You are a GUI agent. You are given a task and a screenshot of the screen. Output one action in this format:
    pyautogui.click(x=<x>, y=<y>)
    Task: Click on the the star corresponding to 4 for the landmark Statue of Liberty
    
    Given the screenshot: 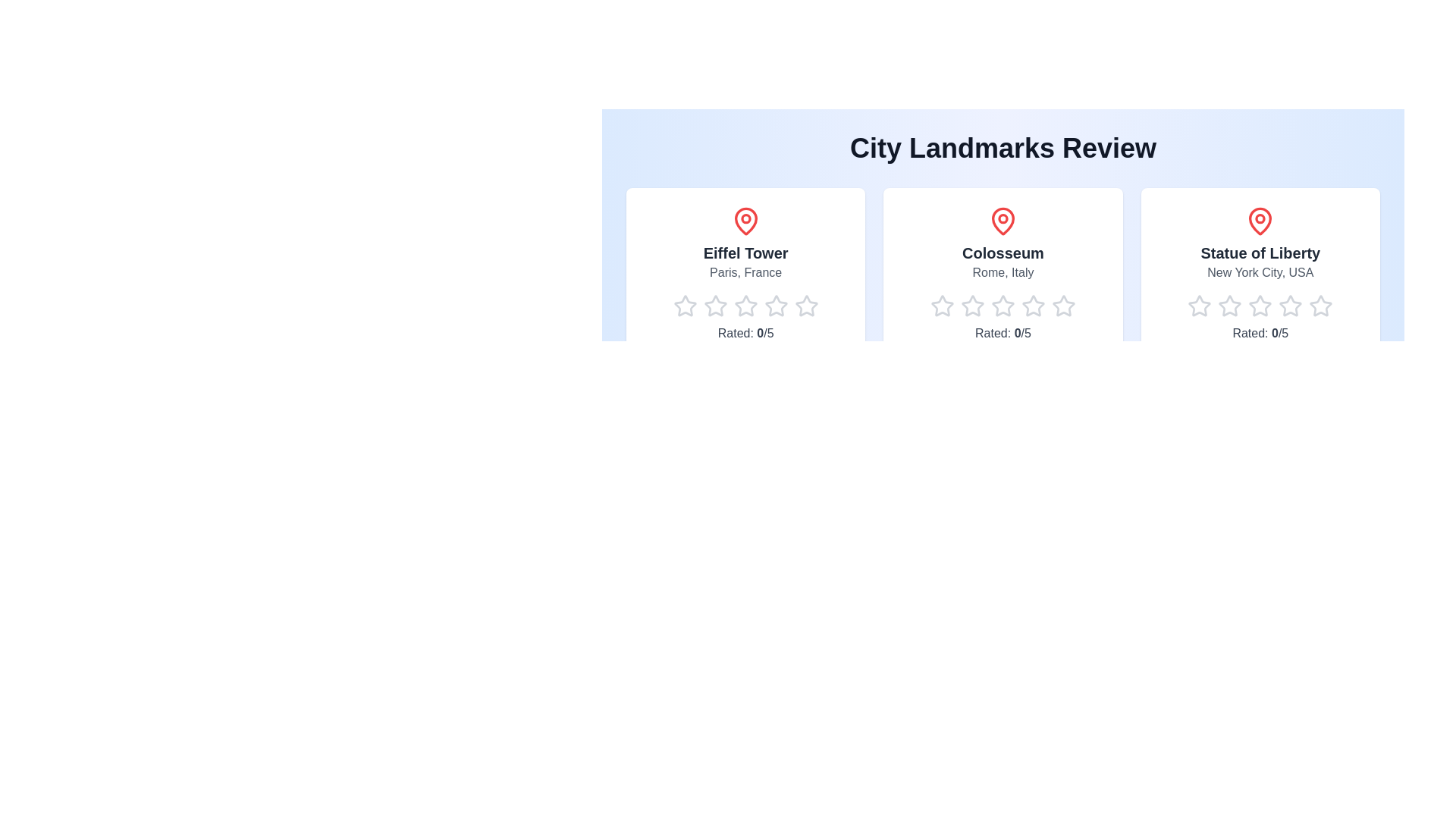 What is the action you would take?
    pyautogui.click(x=1278, y=306)
    